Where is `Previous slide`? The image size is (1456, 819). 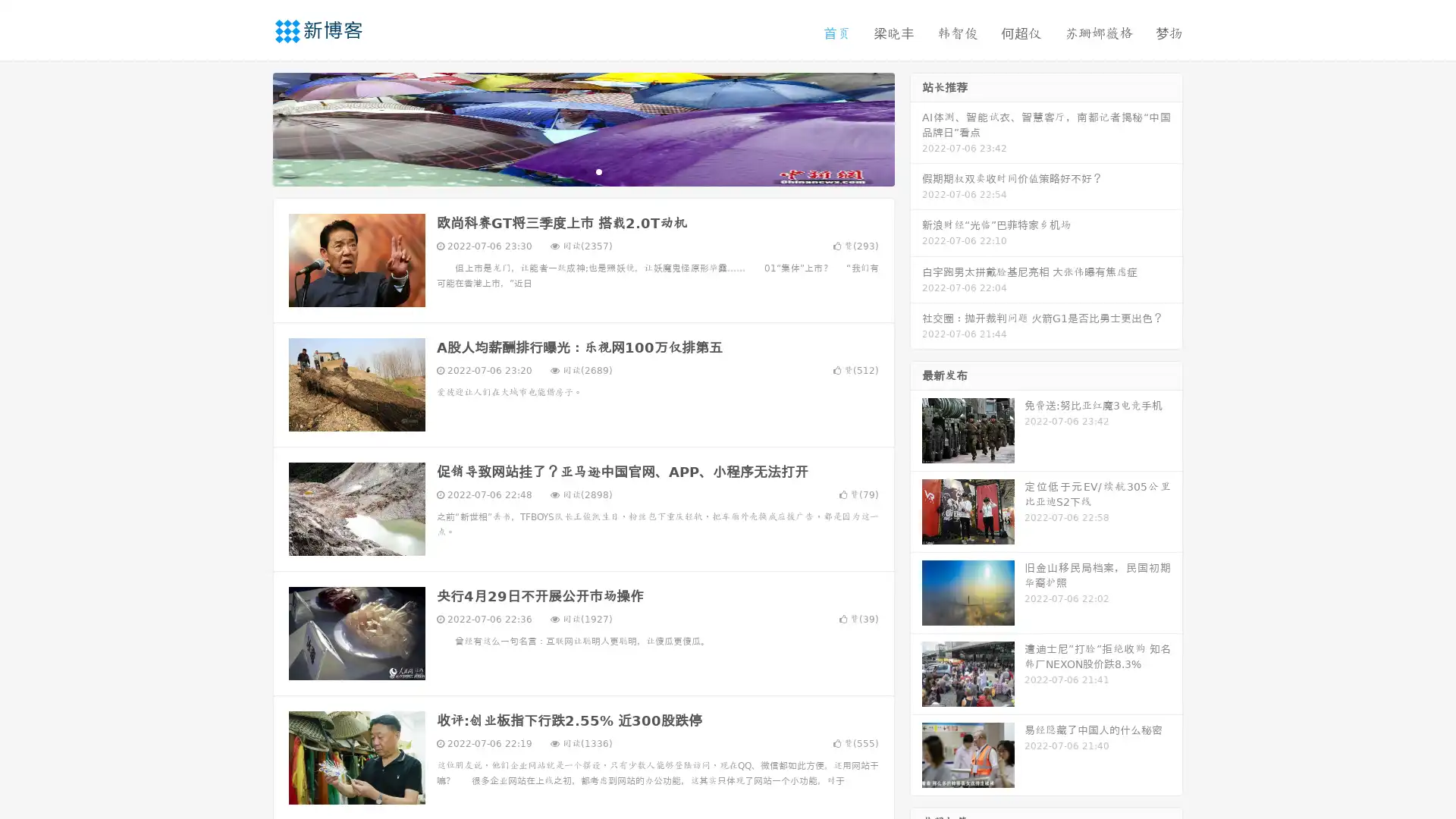 Previous slide is located at coordinates (250, 127).